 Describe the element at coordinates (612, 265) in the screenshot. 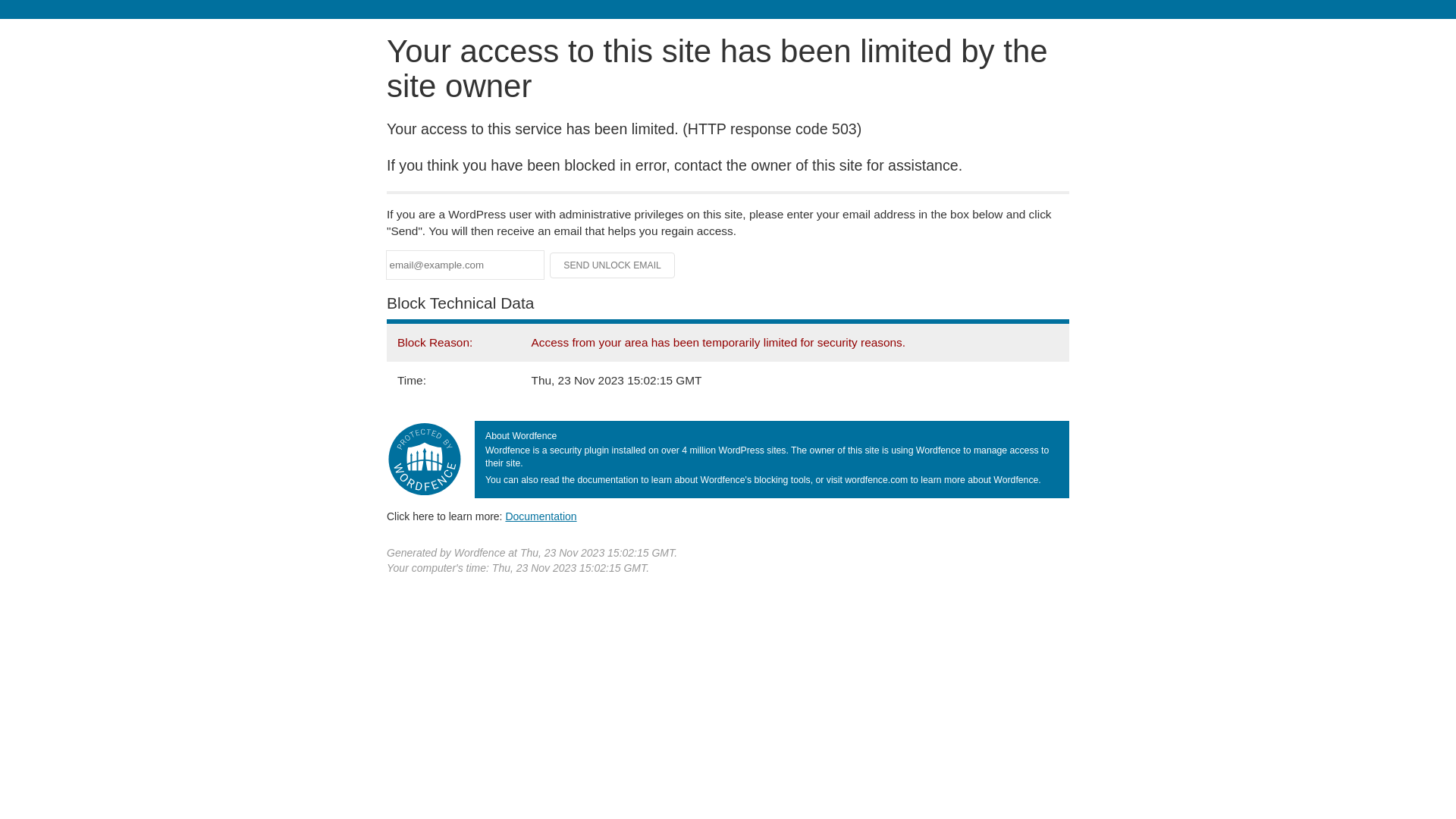

I see `'Send Unlock Email'` at that location.